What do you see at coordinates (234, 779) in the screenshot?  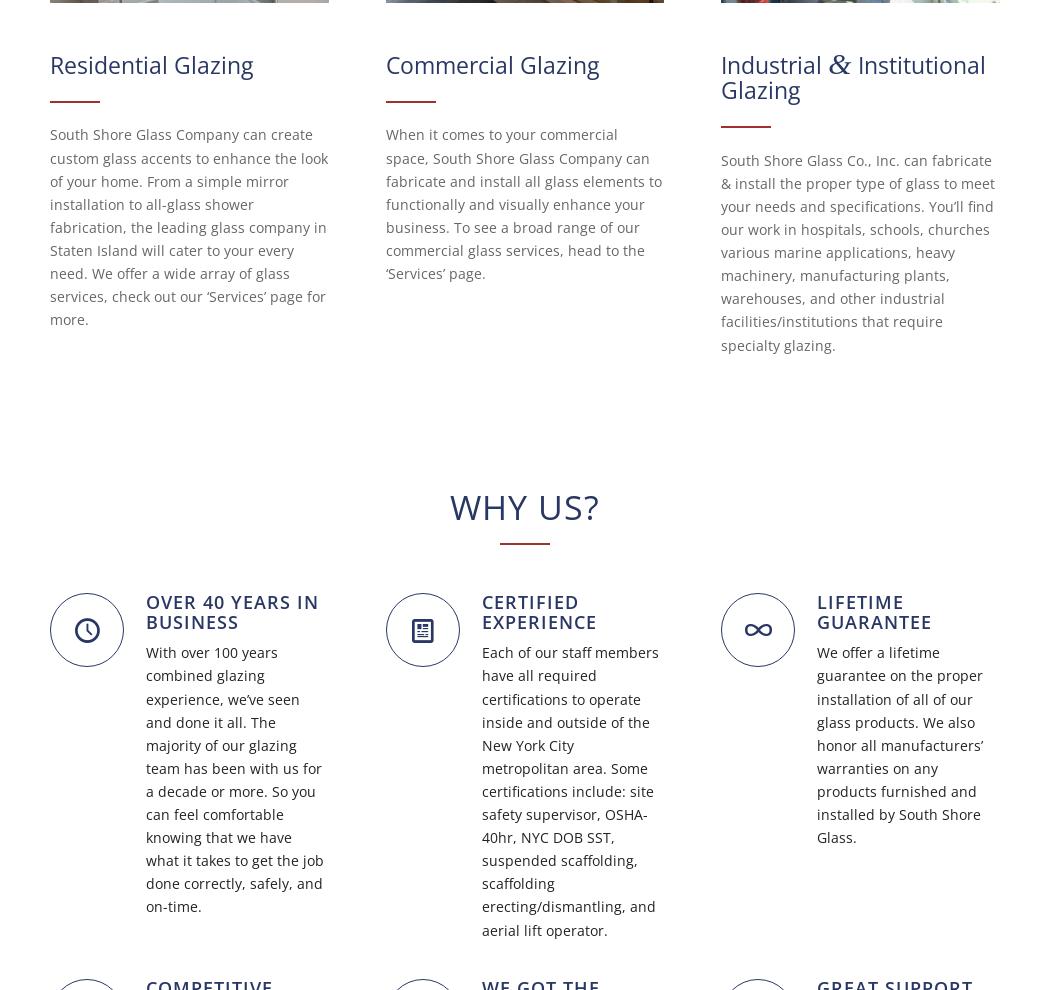 I see `'With over 100 years combined glazing experience, we’ve seen and done it all. The majority of our glazing team has been with us for a decade or more. So you can feel comfortable knowing that we have what it takes to get the job done correctly, safely, and on-time.'` at bounding box center [234, 779].